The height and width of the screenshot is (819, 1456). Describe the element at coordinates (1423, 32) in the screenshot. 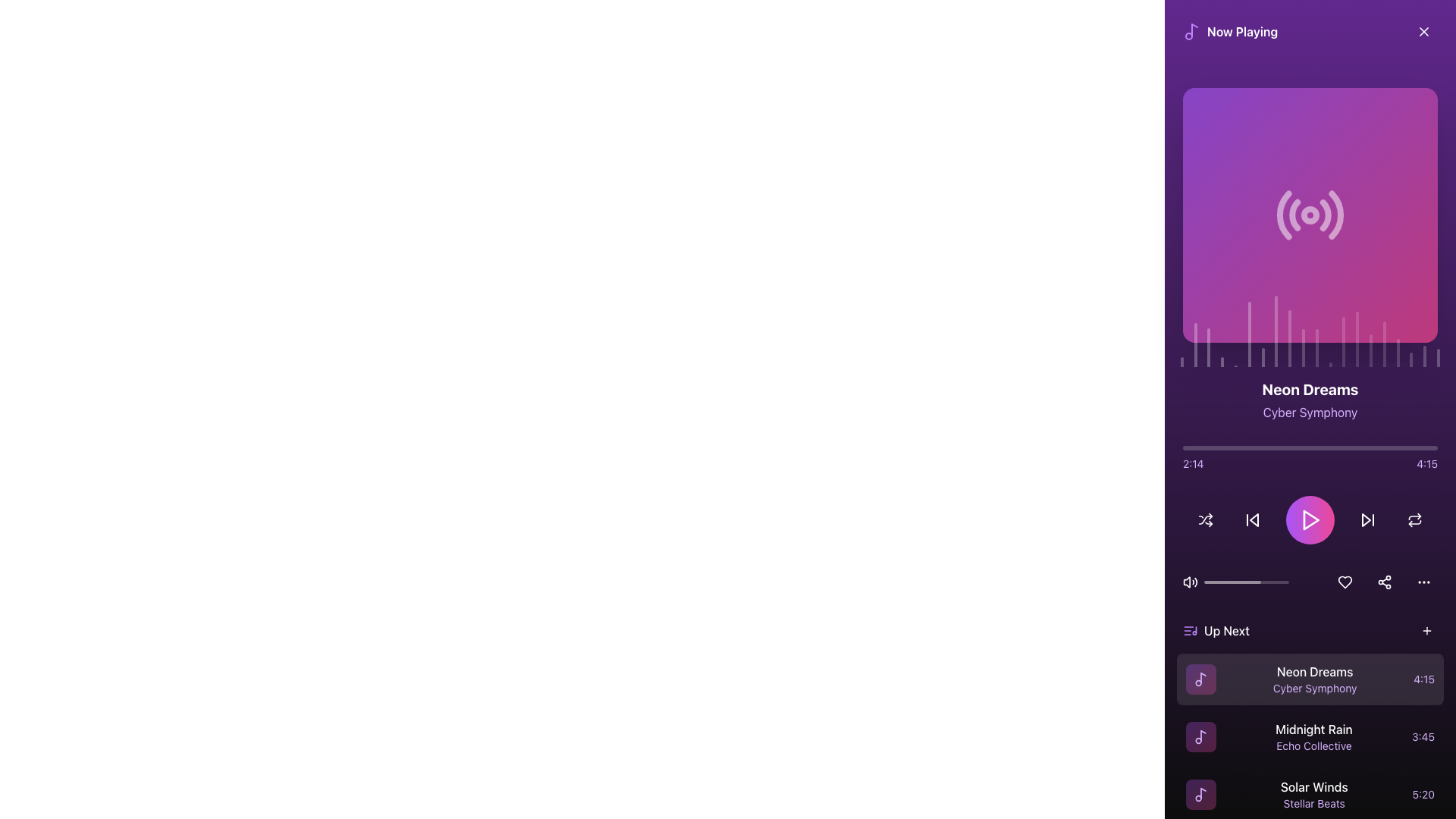

I see `the close button located in the top-right corner of the 'Now Playing' section to observe the style change` at that location.